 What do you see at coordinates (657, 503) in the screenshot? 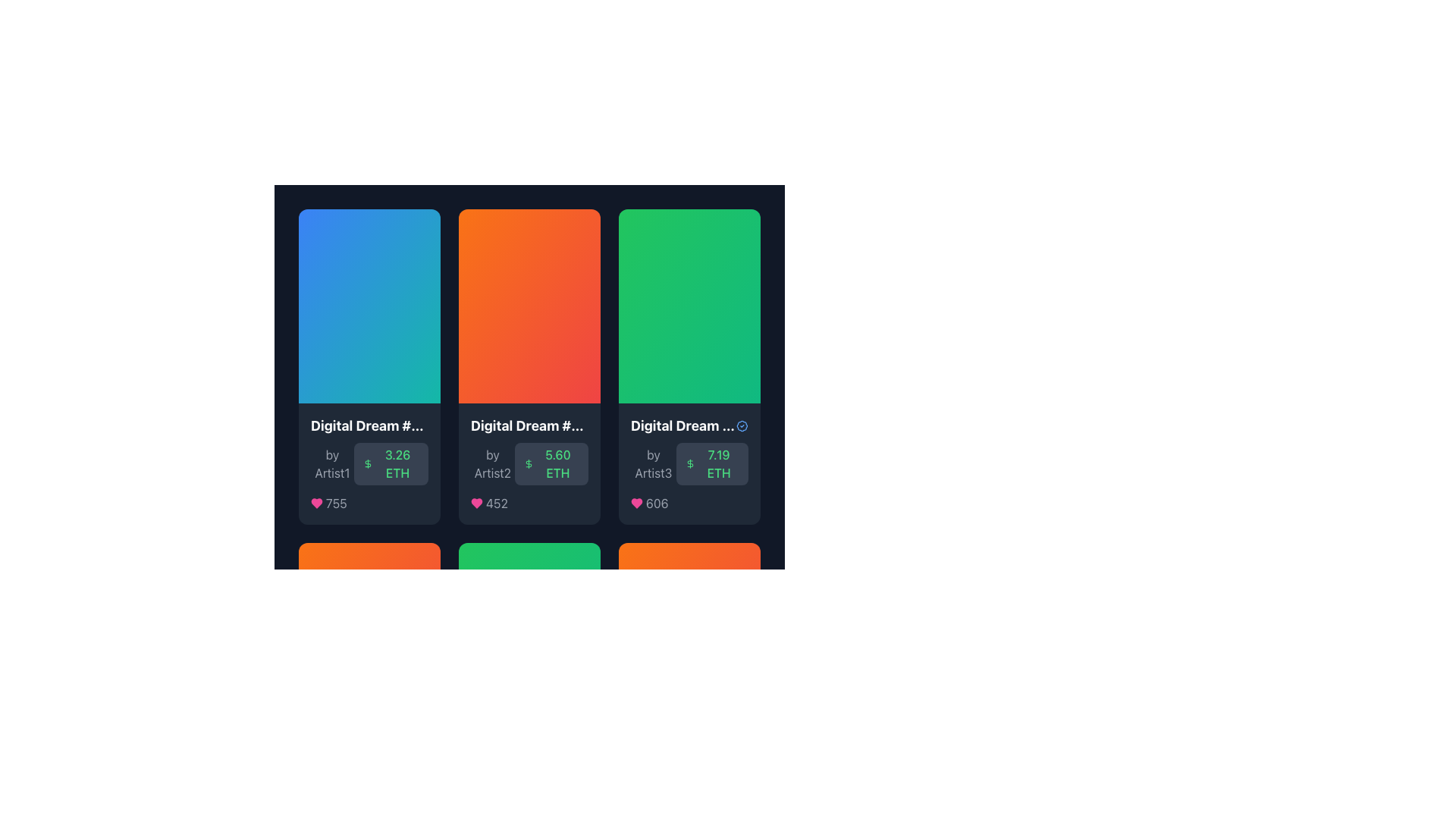
I see `the likes count displayed in the text label located to the right of the heart icon in the lower-right portion of the third card from the left` at bounding box center [657, 503].